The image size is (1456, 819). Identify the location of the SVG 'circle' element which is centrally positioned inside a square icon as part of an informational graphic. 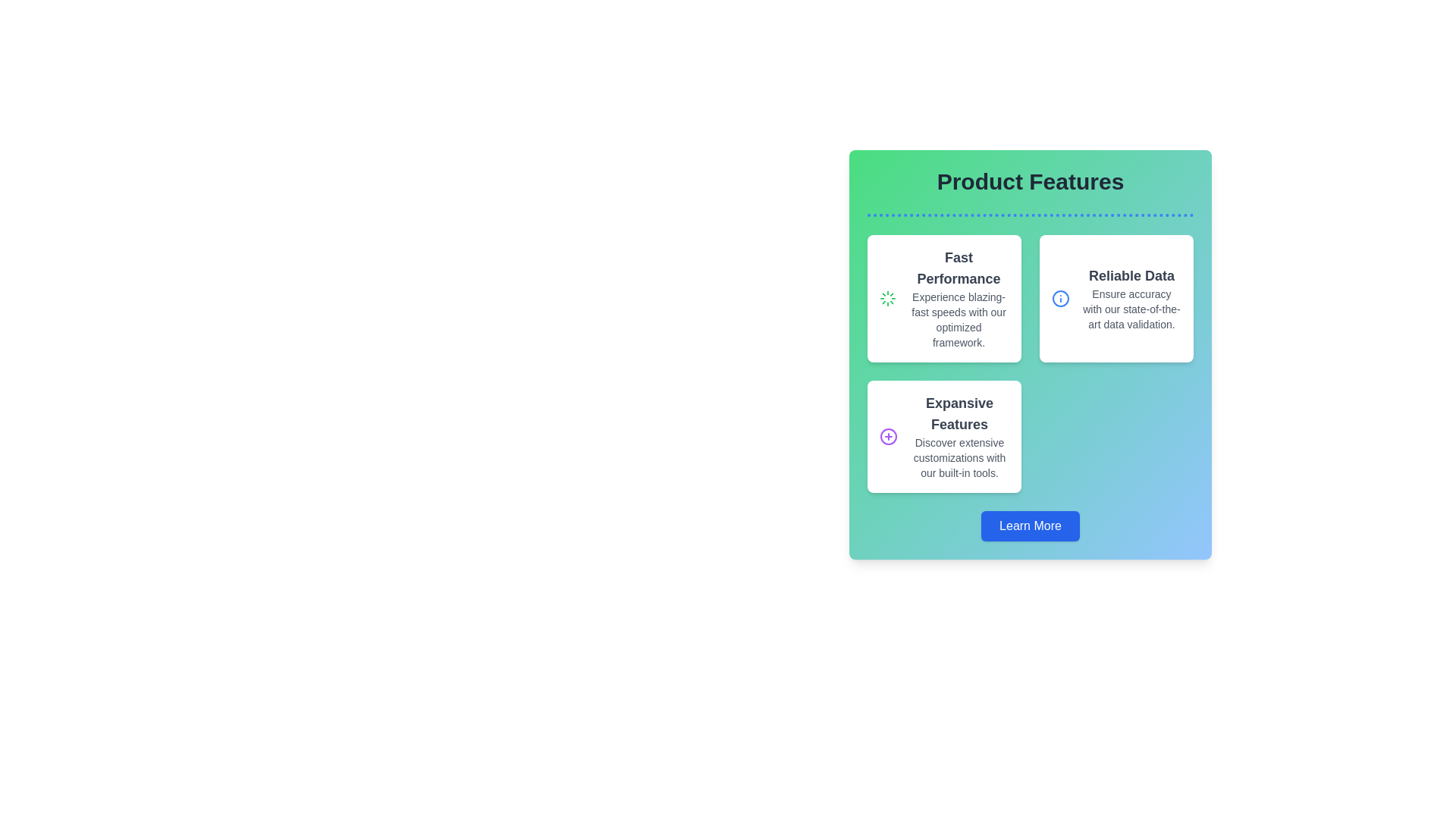
(1059, 298).